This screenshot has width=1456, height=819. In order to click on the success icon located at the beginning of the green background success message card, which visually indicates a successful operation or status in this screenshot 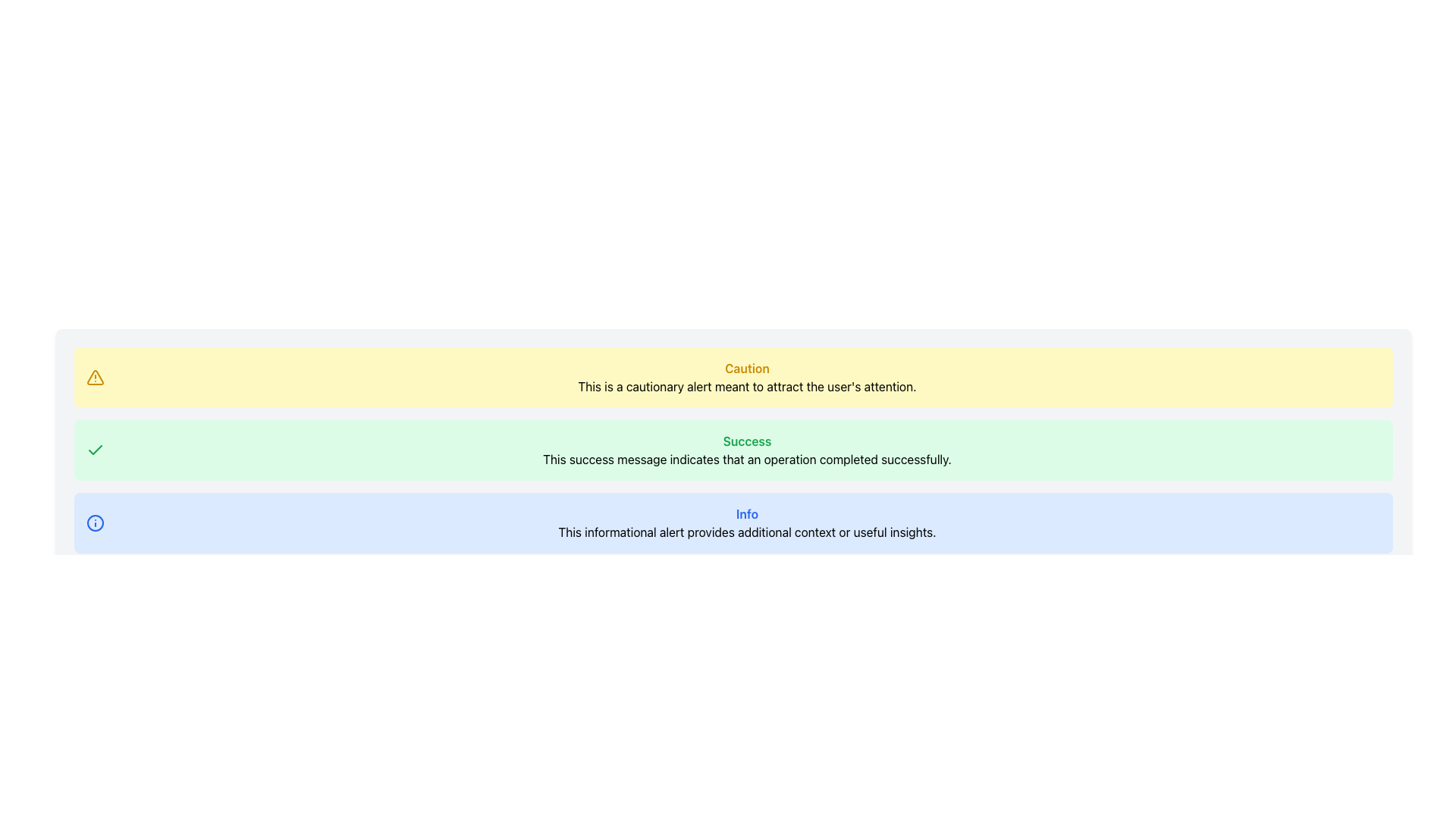, I will do `click(94, 450)`.